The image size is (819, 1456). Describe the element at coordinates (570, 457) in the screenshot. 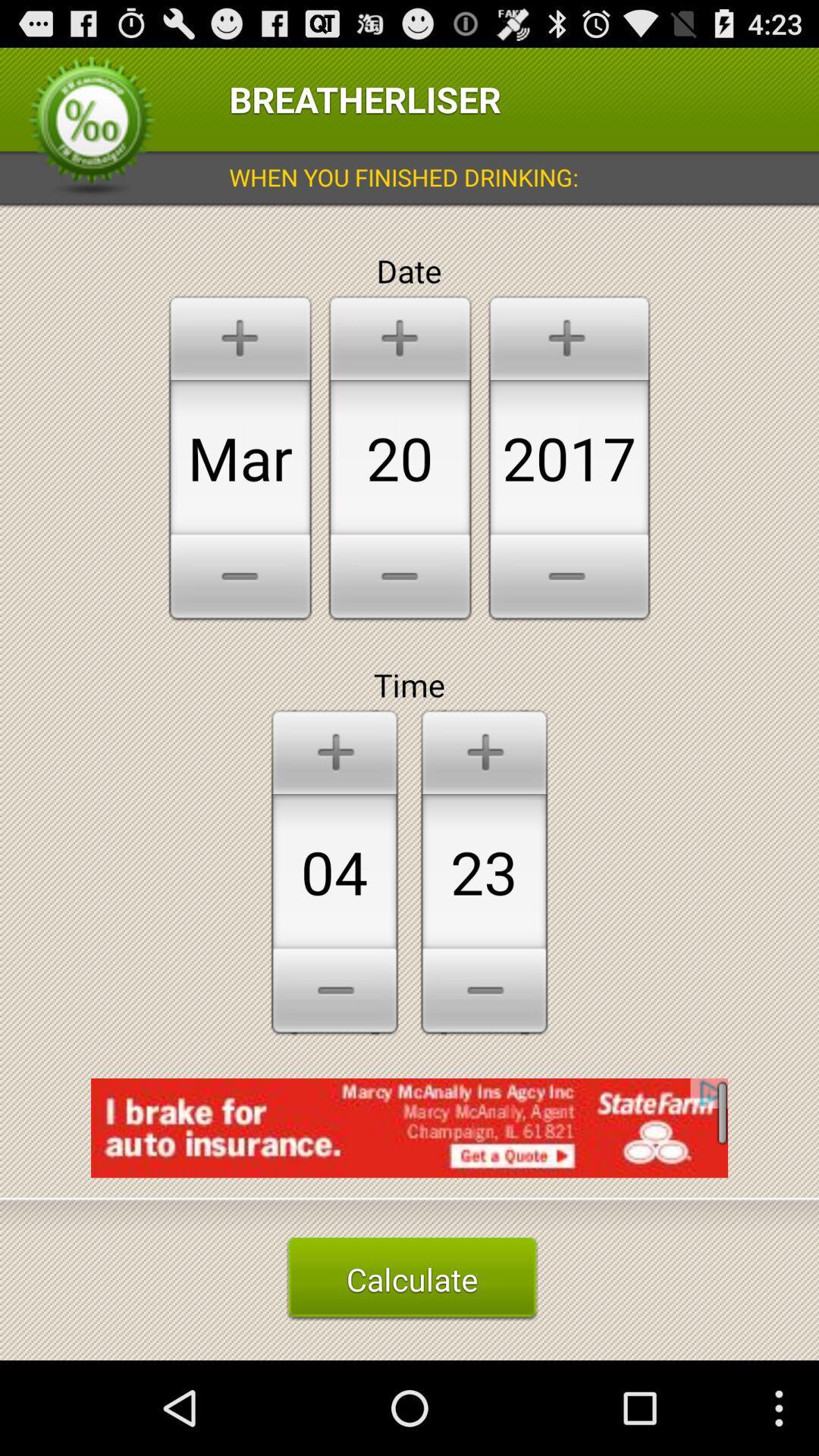

I see `the number right side of 20` at that location.